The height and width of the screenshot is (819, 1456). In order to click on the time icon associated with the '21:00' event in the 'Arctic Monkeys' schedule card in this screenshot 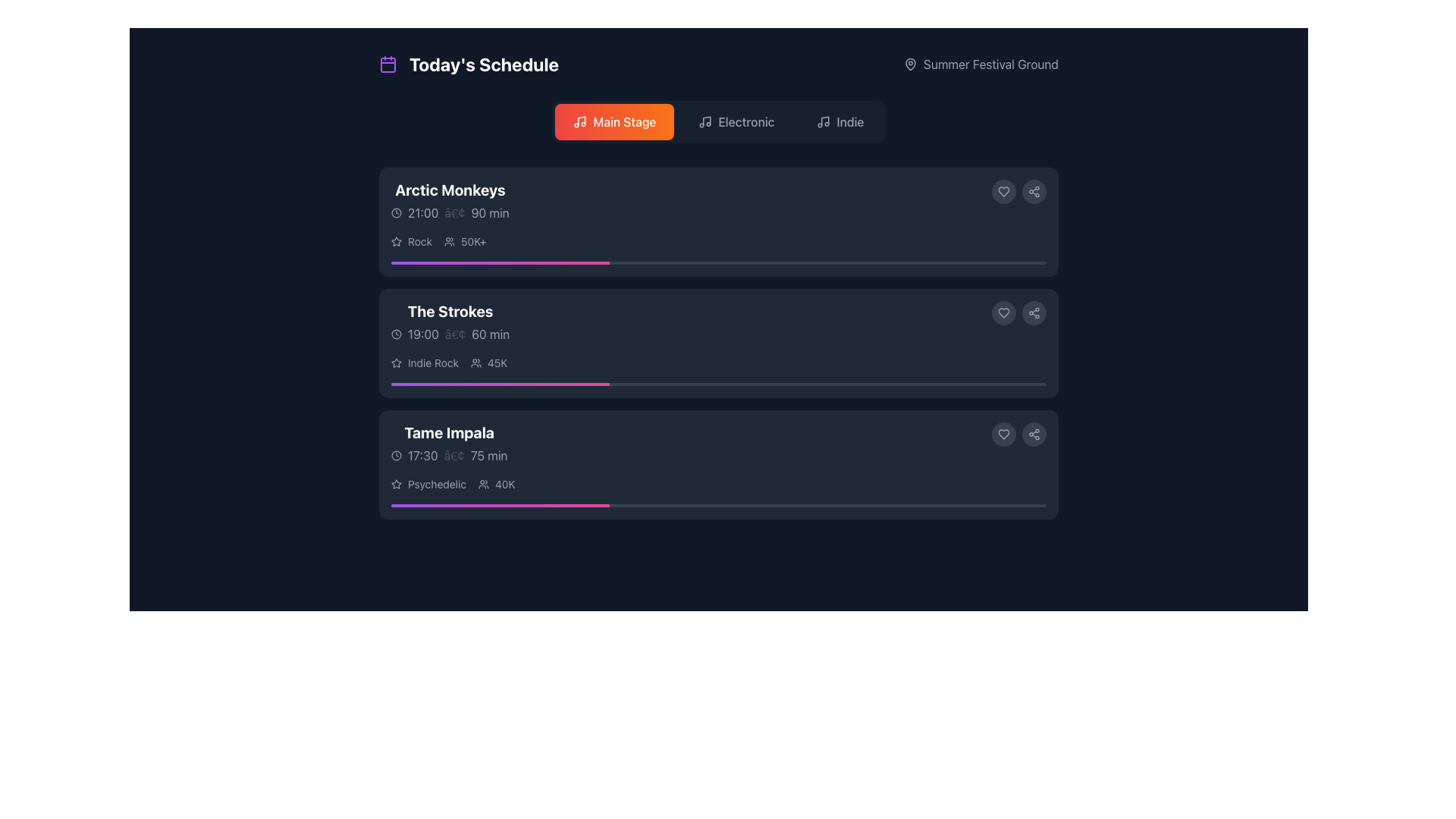, I will do `click(397, 213)`.